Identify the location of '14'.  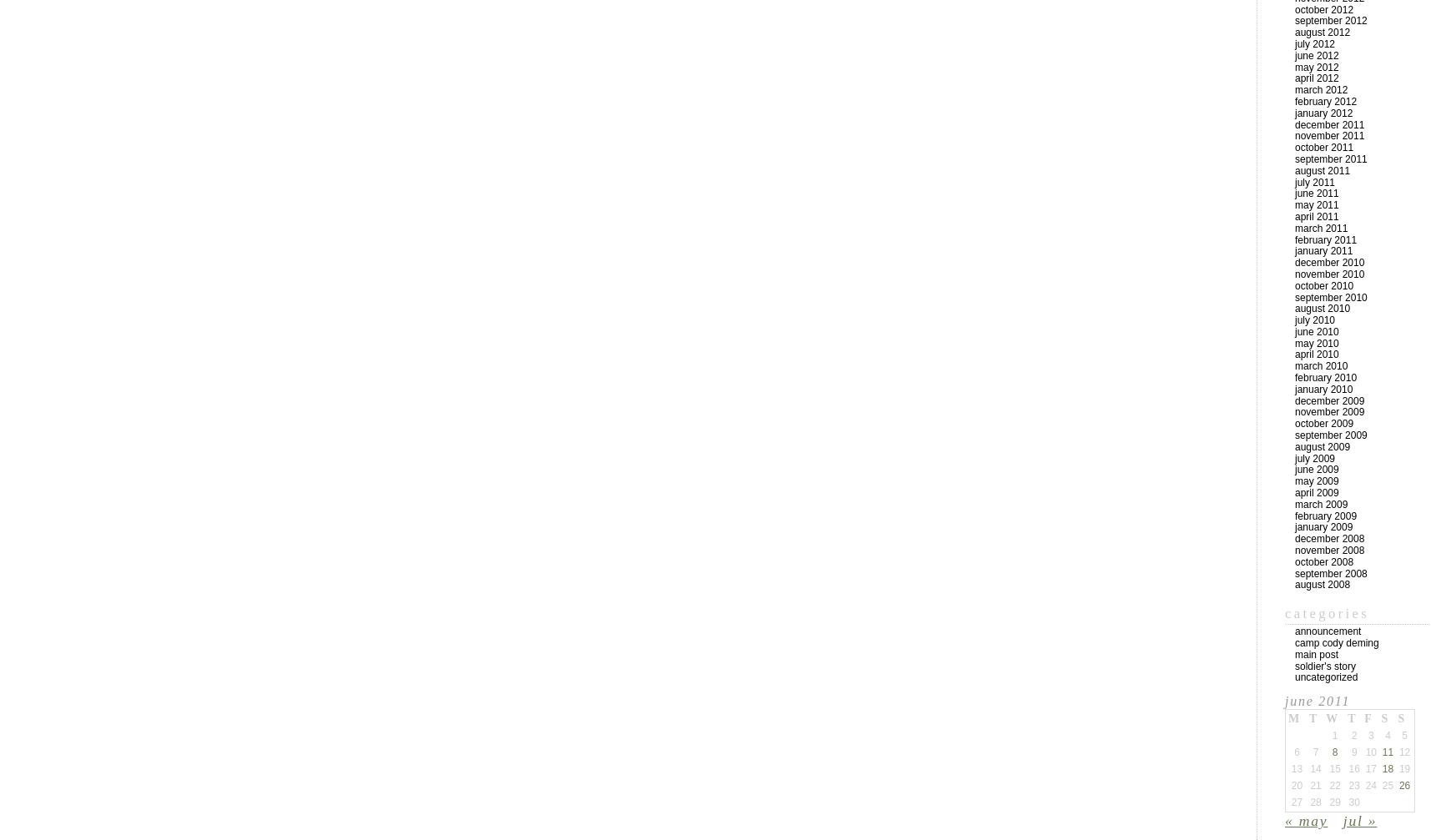
(1309, 768).